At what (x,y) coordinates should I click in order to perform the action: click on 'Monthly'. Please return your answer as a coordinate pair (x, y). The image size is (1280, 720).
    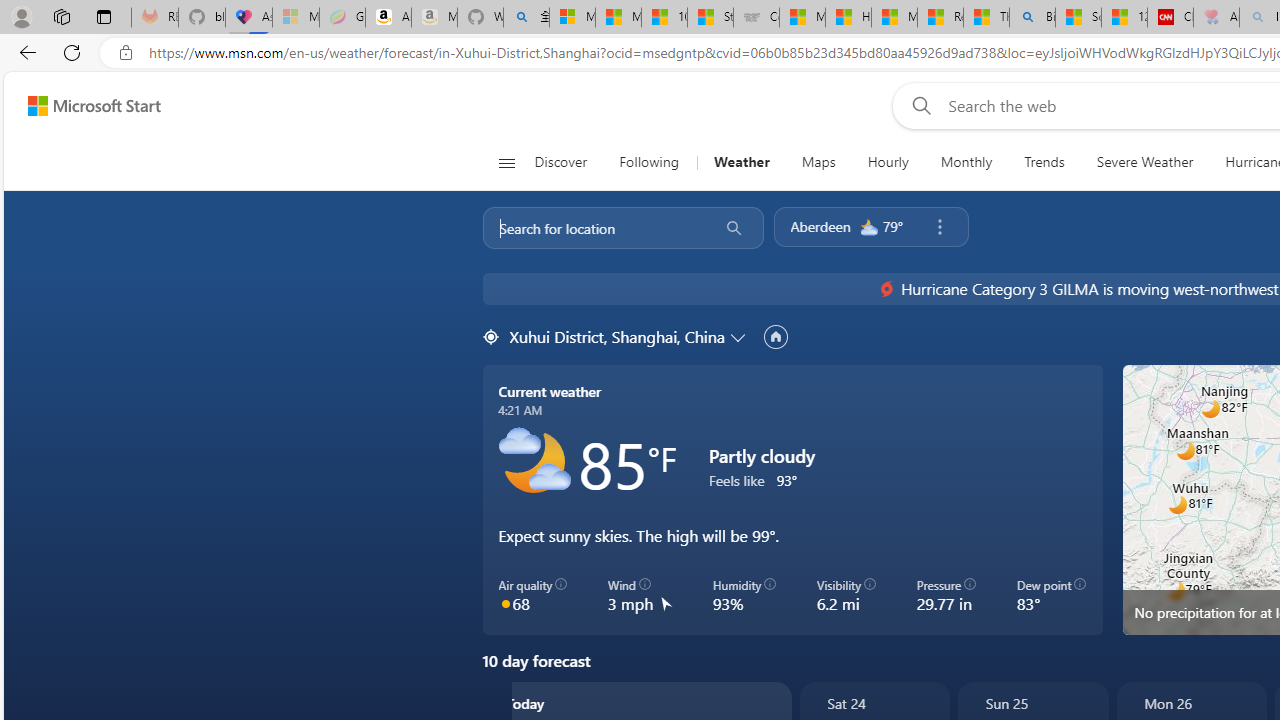
    Looking at the image, I should click on (966, 162).